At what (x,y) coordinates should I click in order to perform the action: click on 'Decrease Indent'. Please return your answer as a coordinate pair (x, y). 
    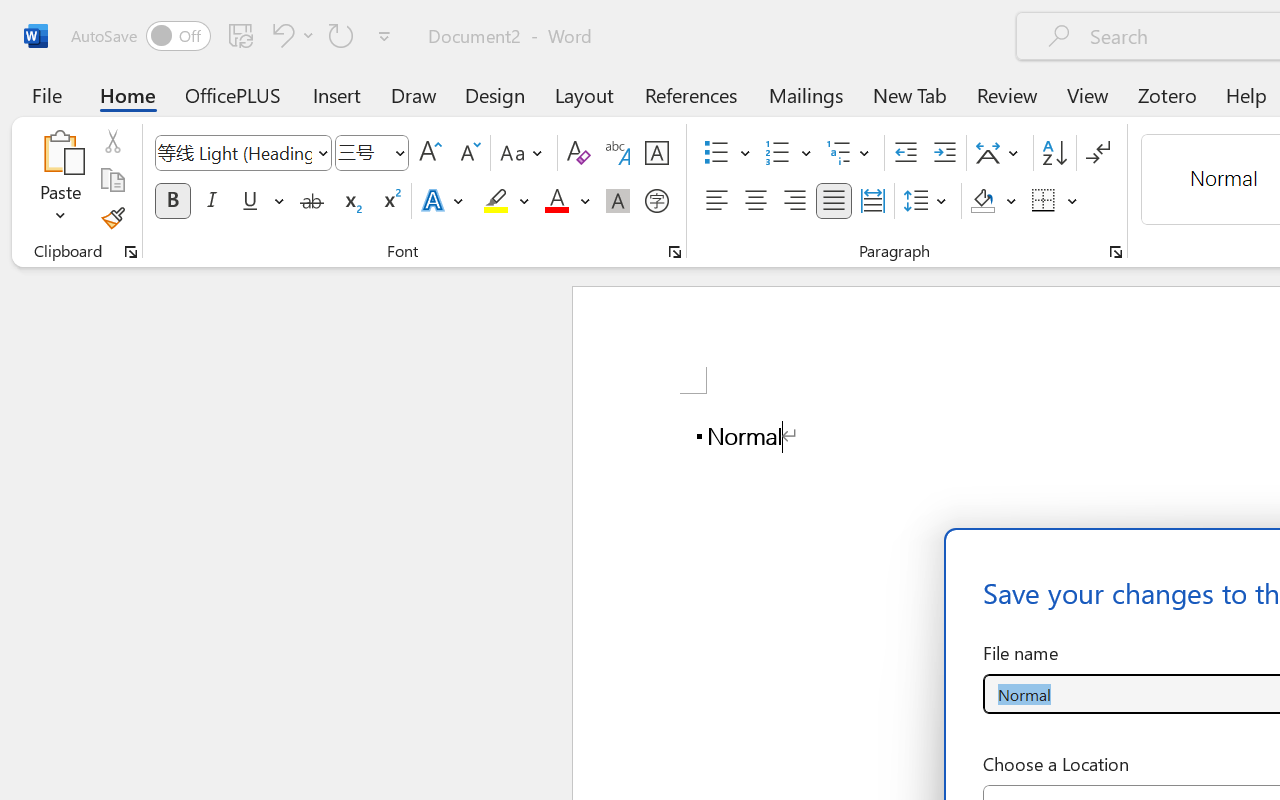
    Looking at the image, I should click on (905, 153).